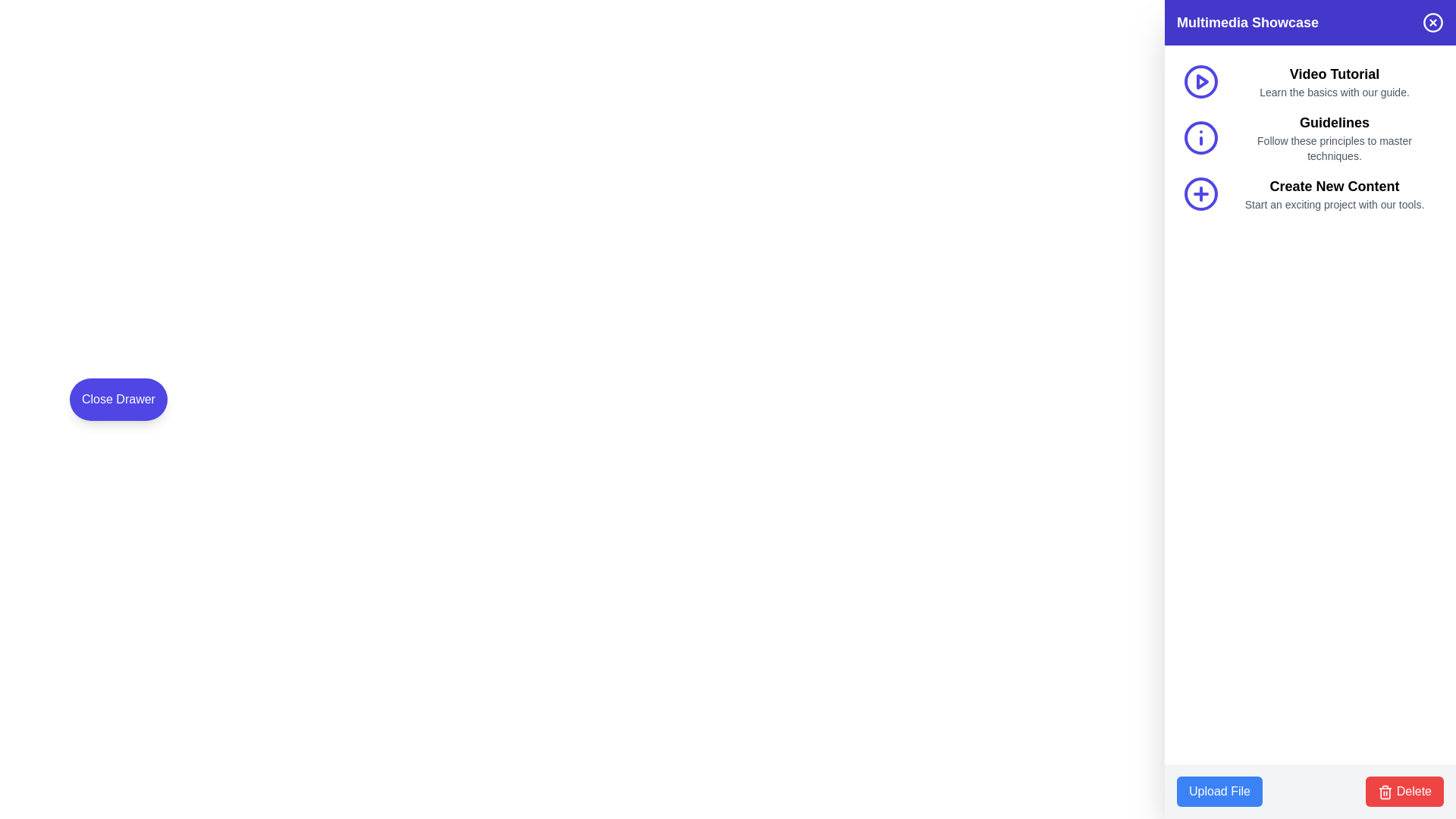 The width and height of the screenshot is (1456, 819). Describe the element at coordinates (1432, 23) in the screenshot. I see `the close button located in the upper-right corner of the 'Multimedia Showcase' section` at that location.